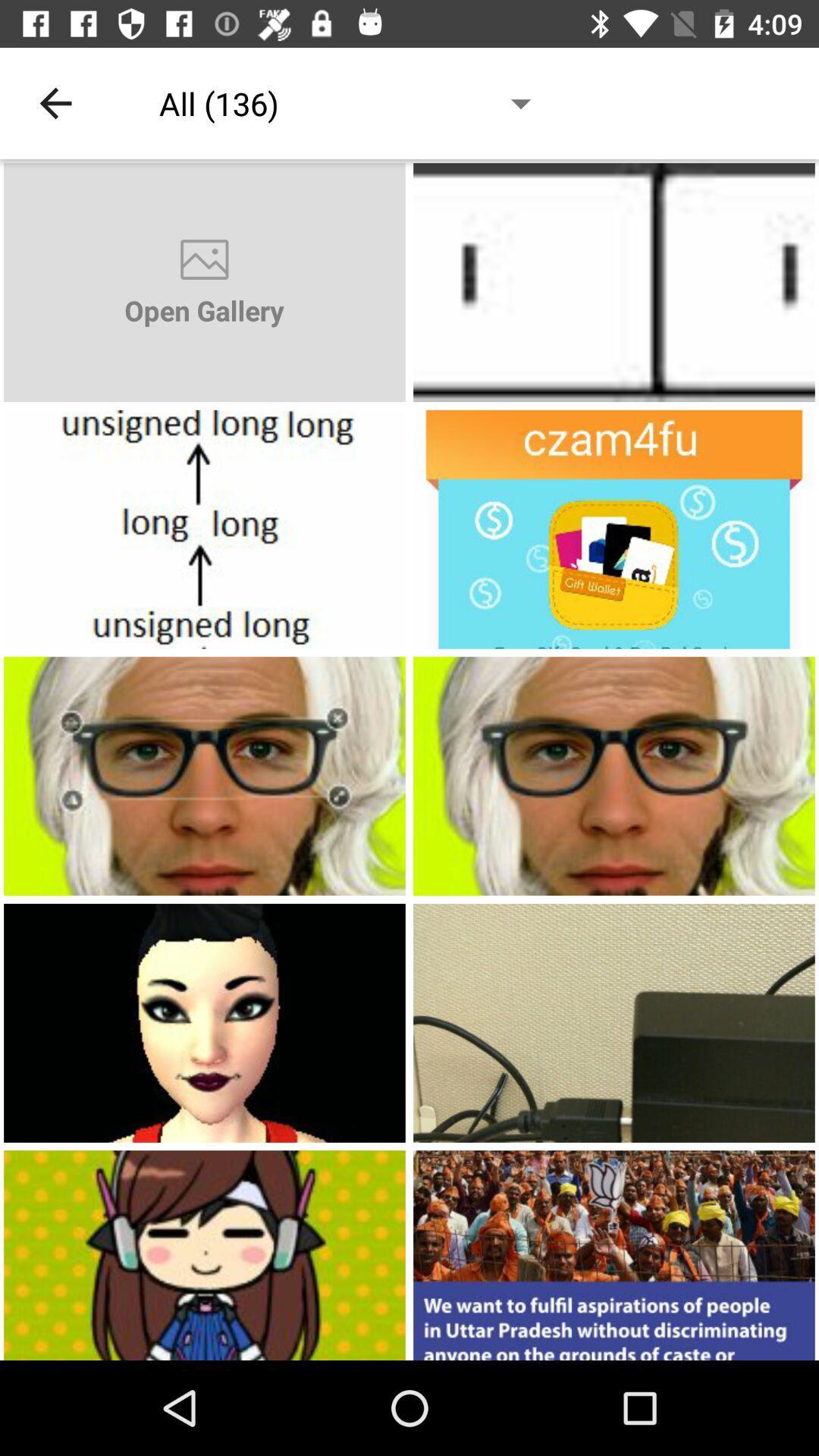 The width and height of the screenshot is (819, 1456). What do you see at coordinates (205, 529) in the screenshot?
I see `open photo` at bounding box center [205, 529].